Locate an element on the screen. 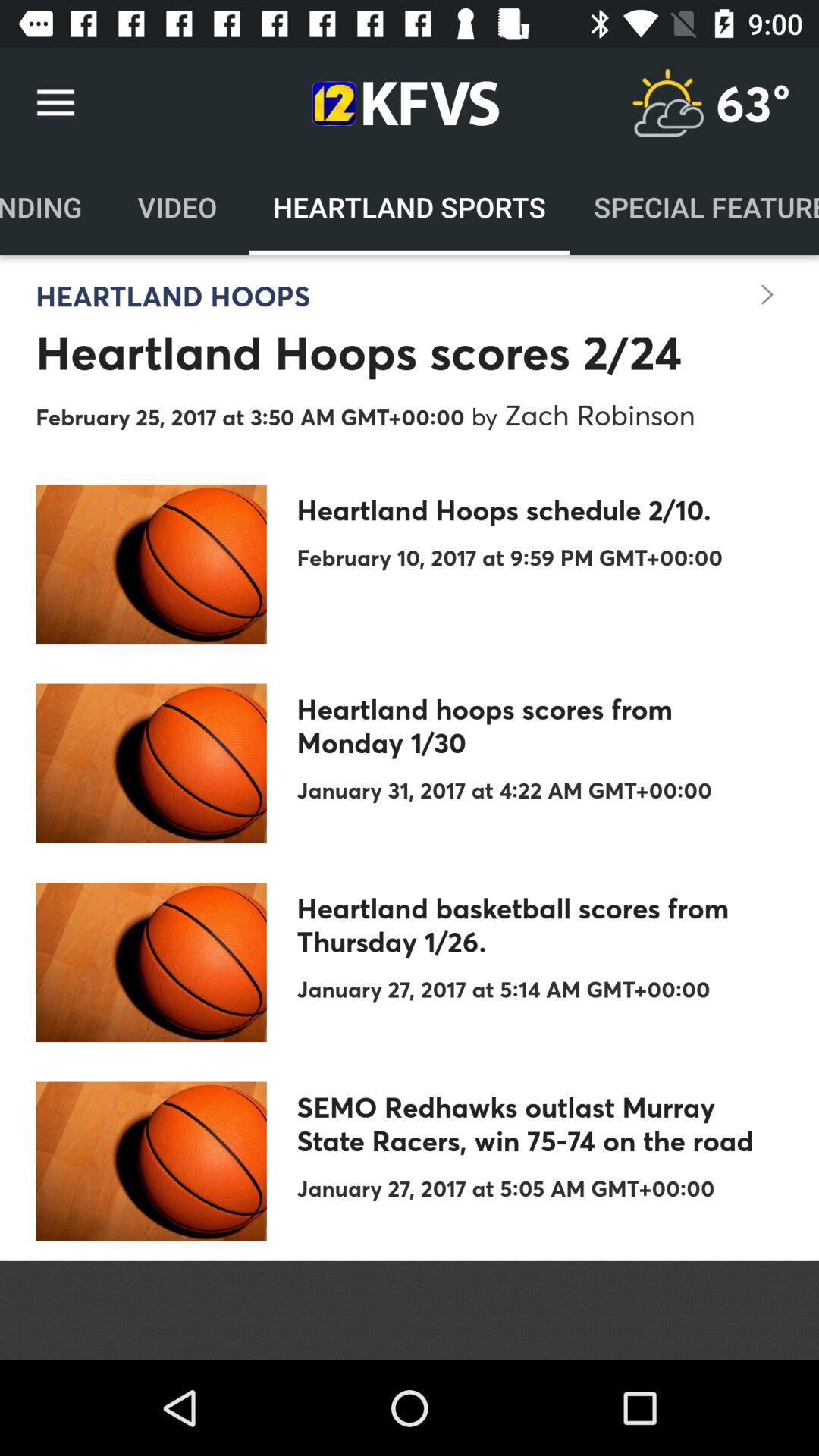 The width and height of the screenshot is (819, 1456). weather icon is located at coordinates (667, 102).